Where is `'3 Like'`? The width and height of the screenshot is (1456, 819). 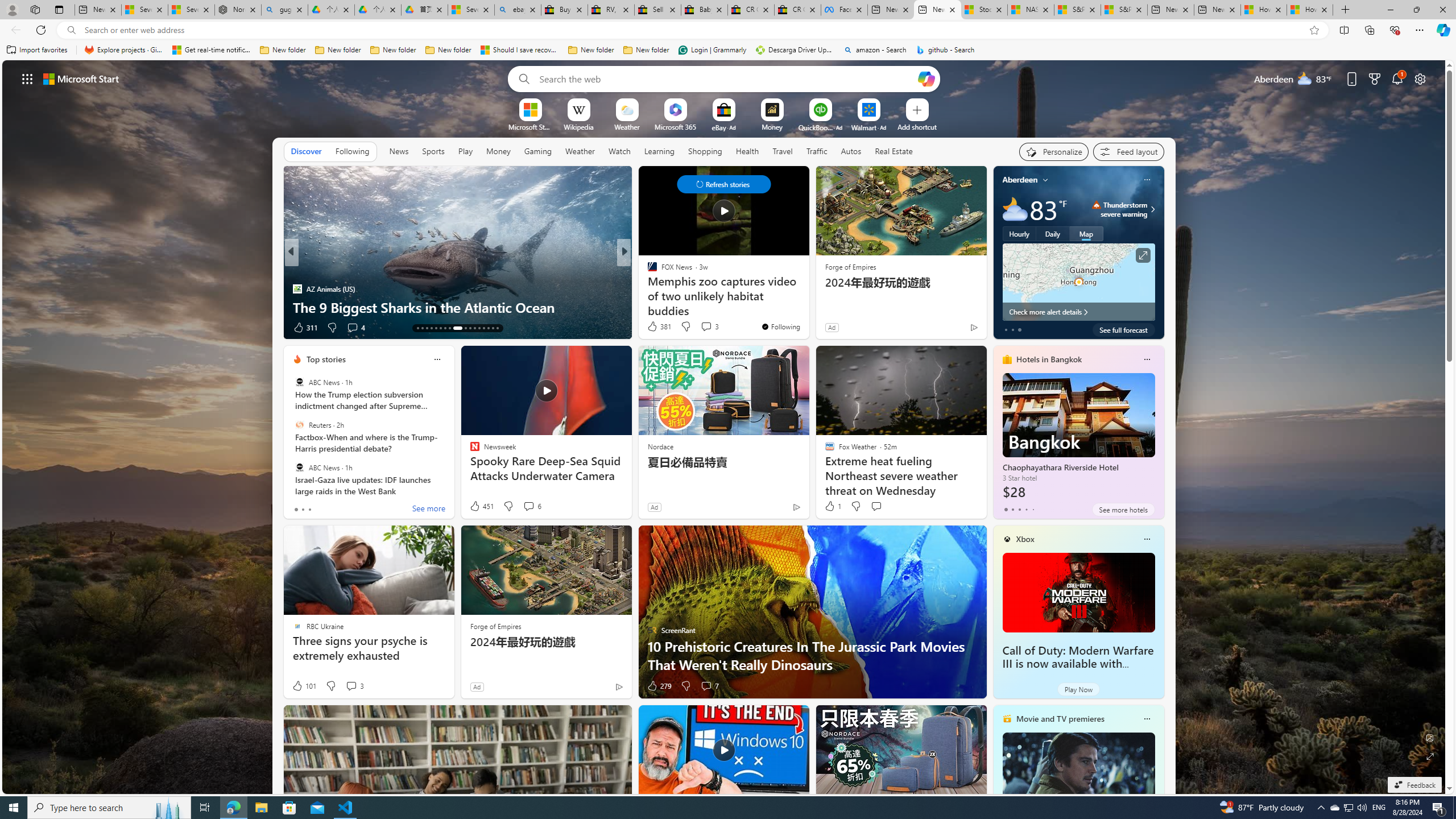 '3 Like' is located at coordinates (651, 327).